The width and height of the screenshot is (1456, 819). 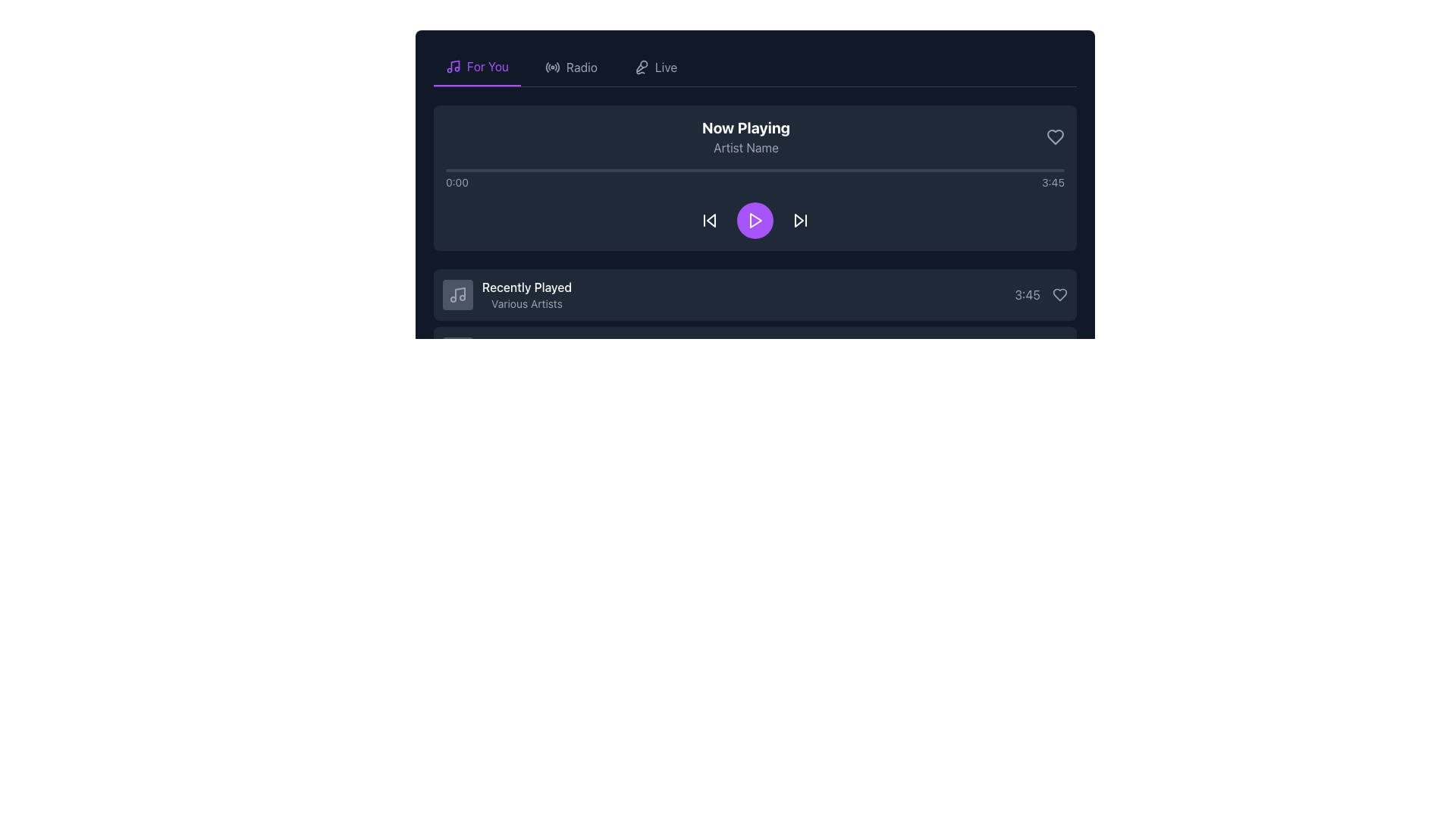 What do you see at coordinates (527, 295) in the screenshot?
I see `the Text Label that describes recently played music` at bounding box center [527, 295].